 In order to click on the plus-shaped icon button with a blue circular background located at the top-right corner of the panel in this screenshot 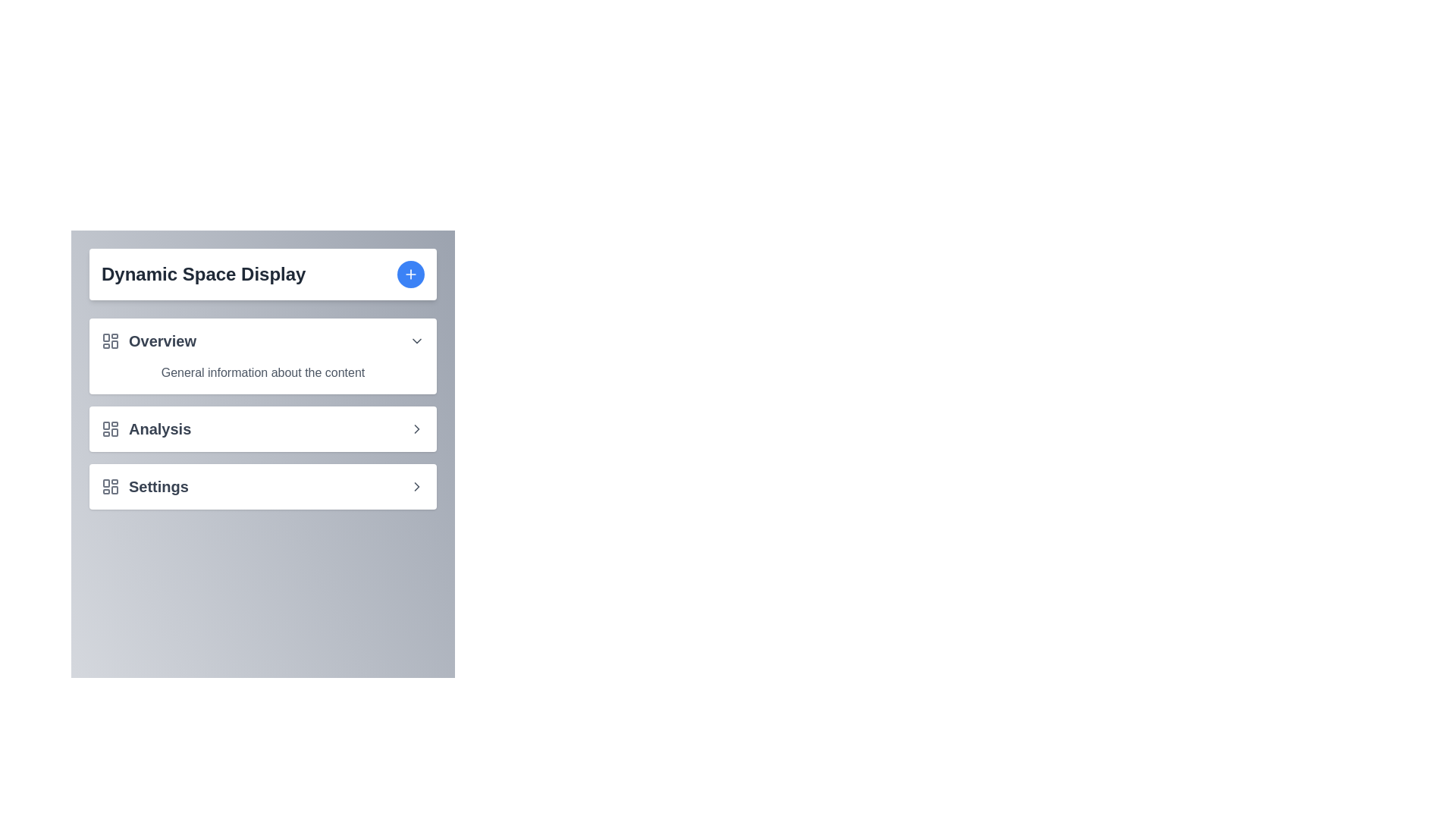, I will do `click(411, 275)`.